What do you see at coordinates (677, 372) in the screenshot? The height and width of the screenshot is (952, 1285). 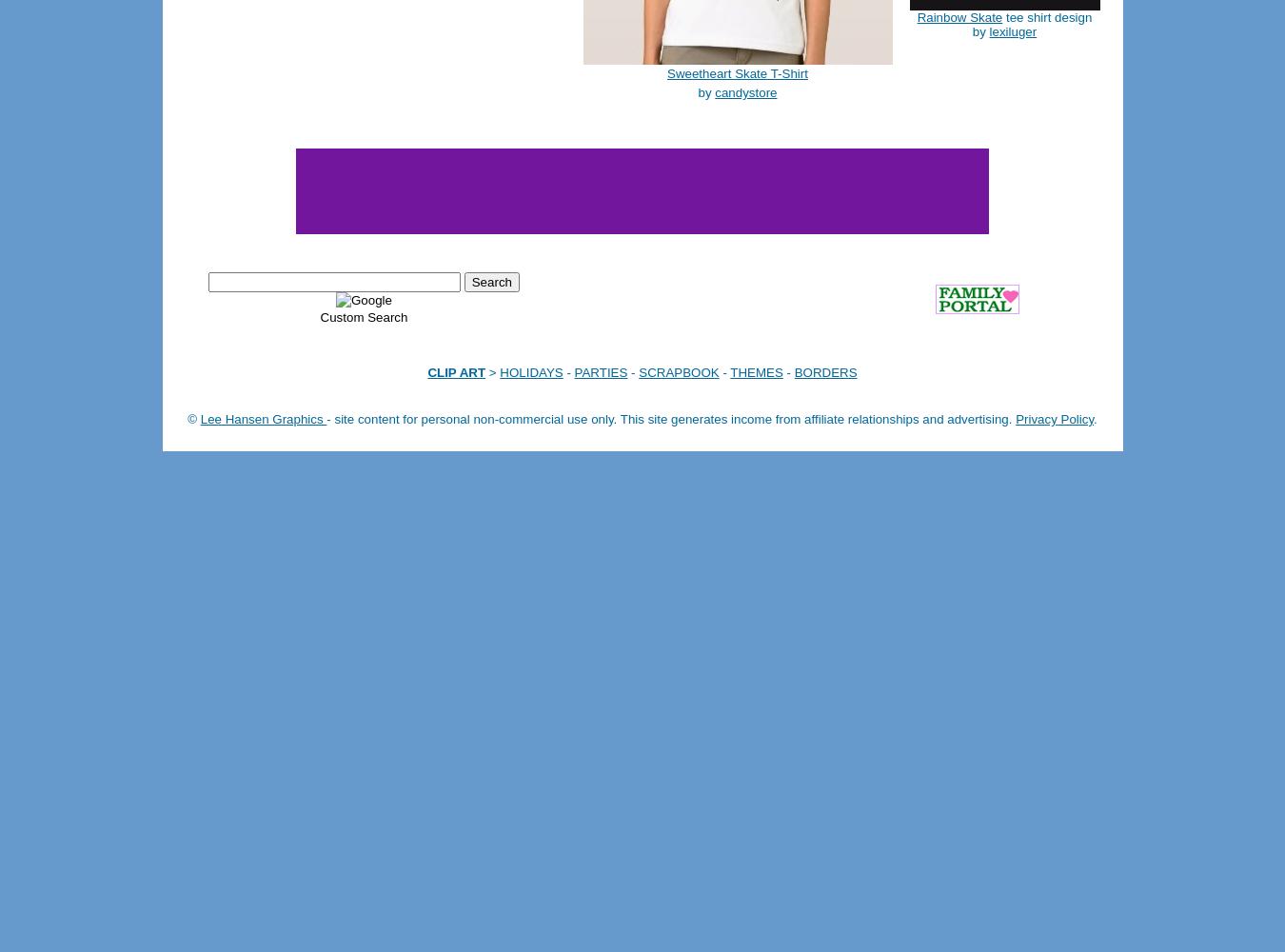 I see `'SCRAPBOOK'` at bounding box center [677, 372].